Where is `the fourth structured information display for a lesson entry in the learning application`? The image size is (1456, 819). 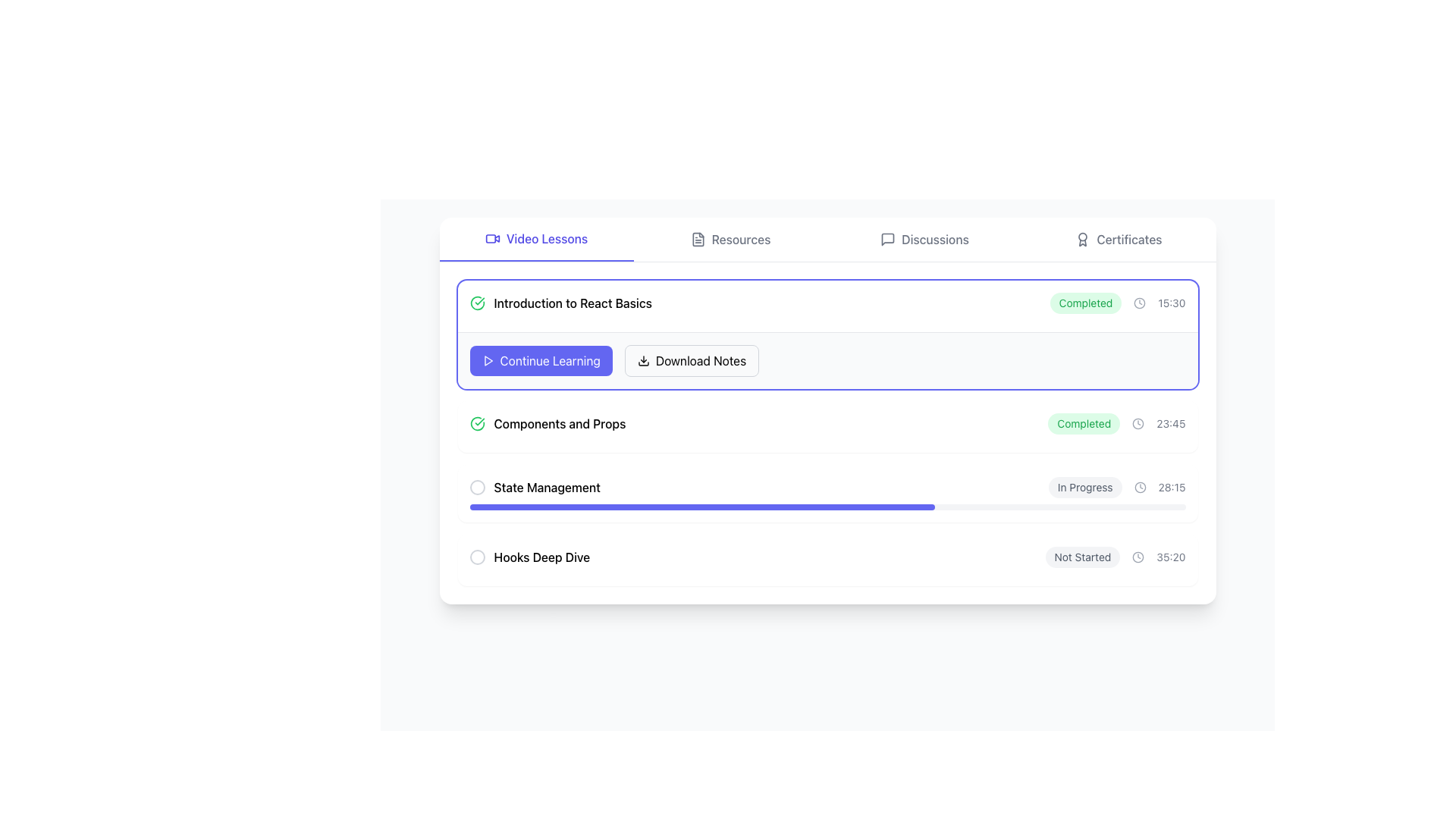 the fourth structured information display for a lesson entry in the learning application is located at coordinates (827, 560).